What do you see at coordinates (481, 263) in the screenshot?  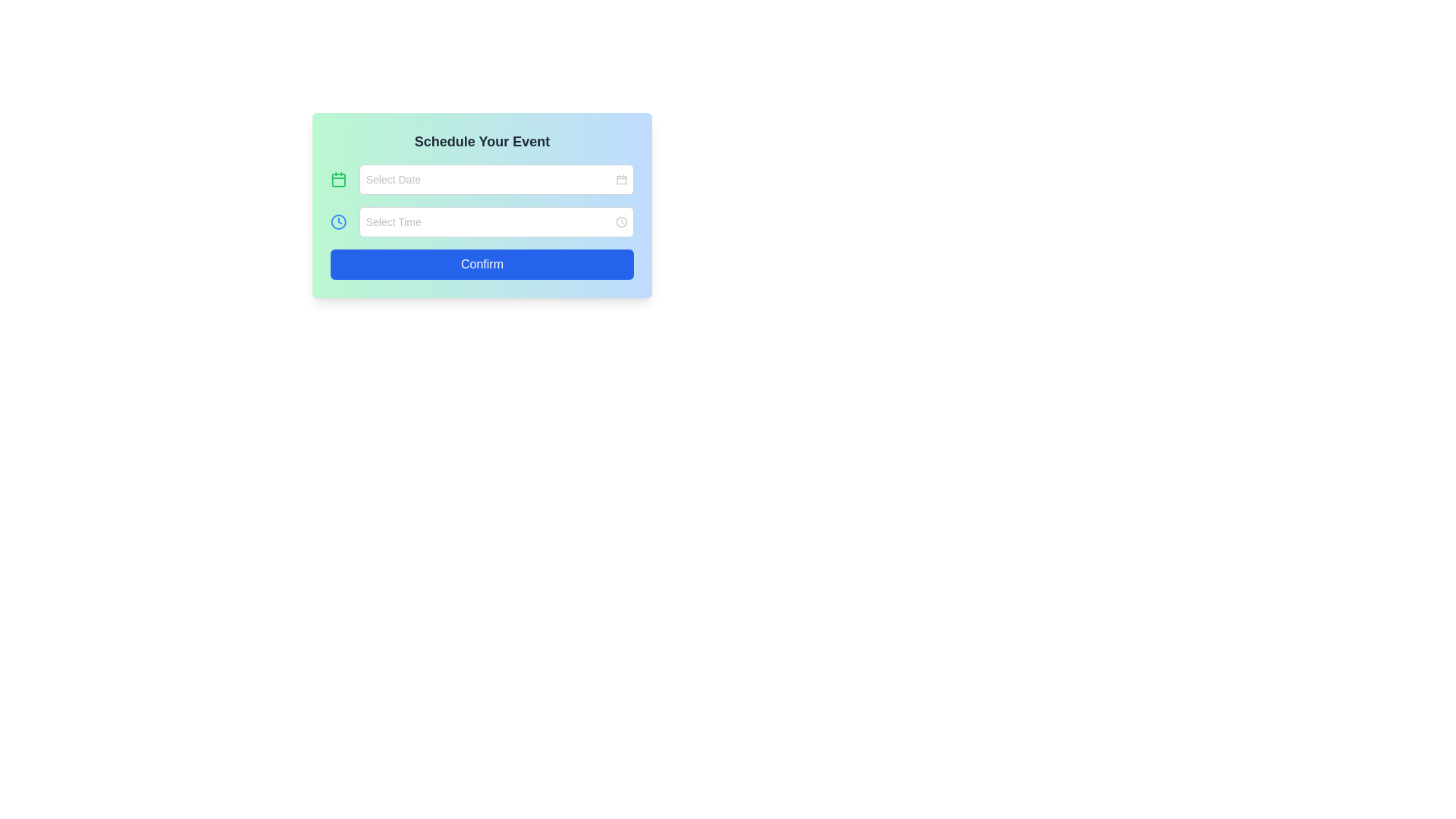 I see `the 'Confirm' button at the bottom of the 'Schedule Your Event' panel` at bounding box center [481, 263].